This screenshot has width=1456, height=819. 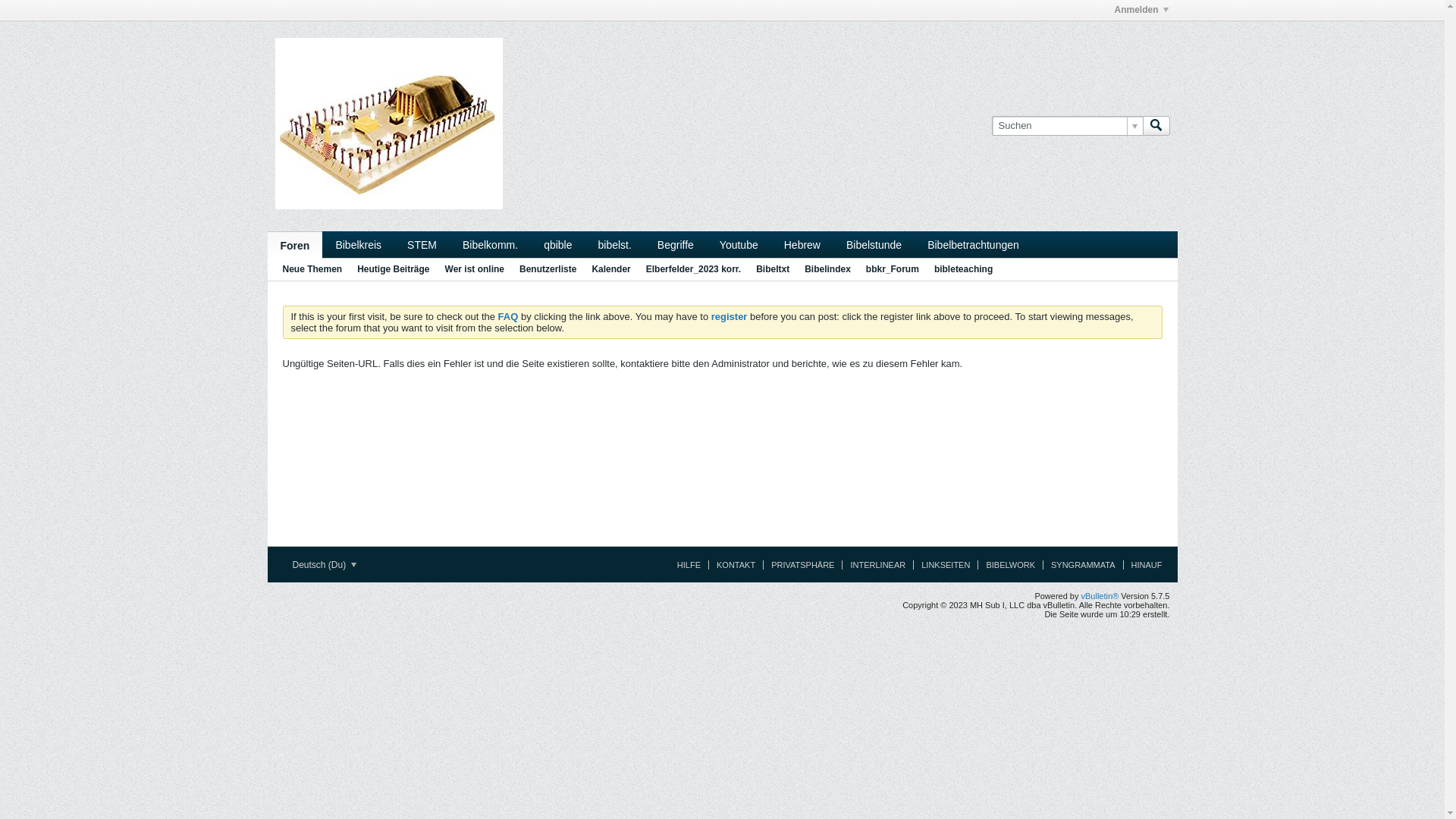 I want to click on 'Begriffe', so click(x=675, y=243).